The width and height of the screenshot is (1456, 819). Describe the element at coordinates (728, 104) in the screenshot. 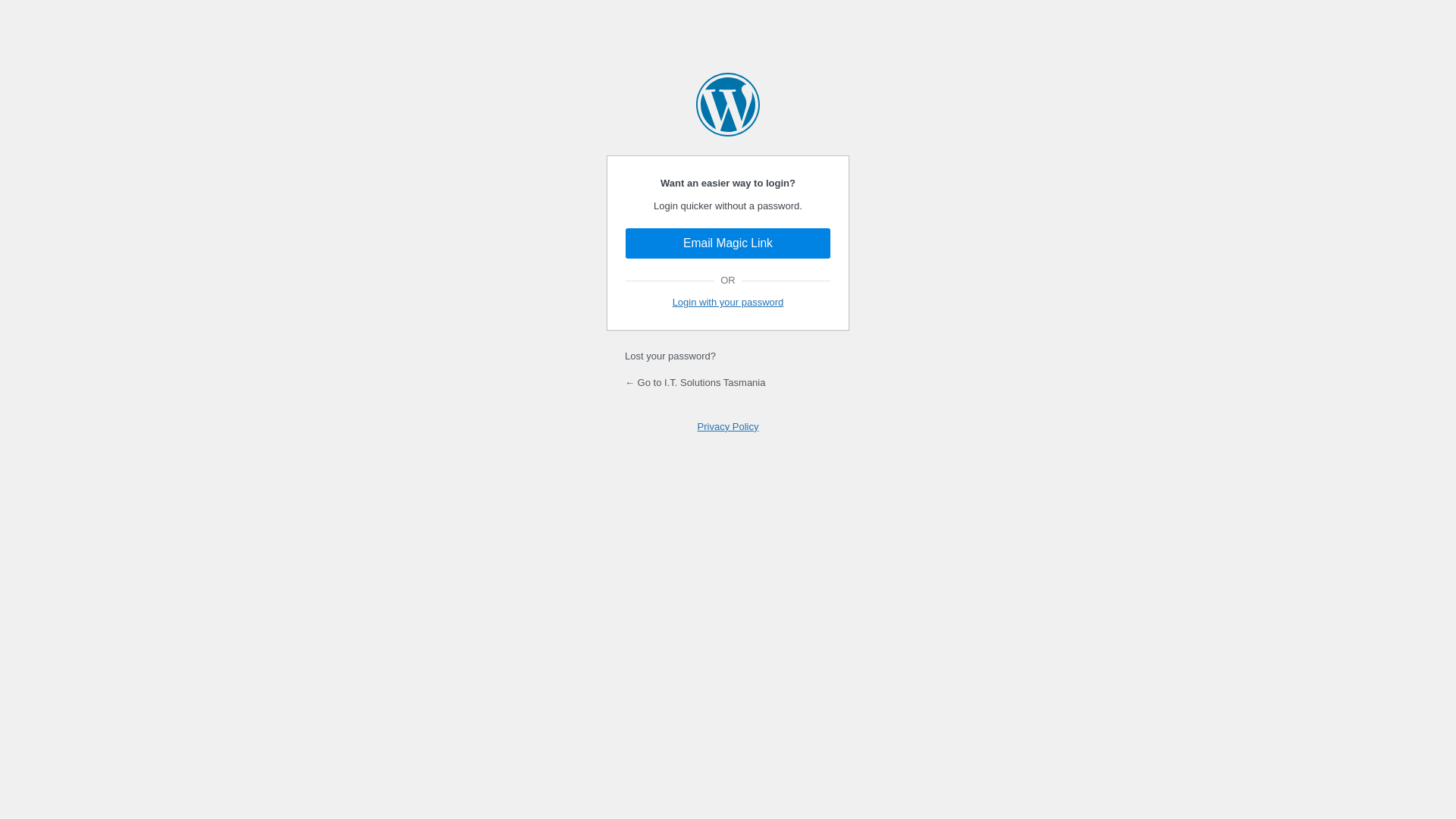

I see `'Powered by WordPress'` at that location.